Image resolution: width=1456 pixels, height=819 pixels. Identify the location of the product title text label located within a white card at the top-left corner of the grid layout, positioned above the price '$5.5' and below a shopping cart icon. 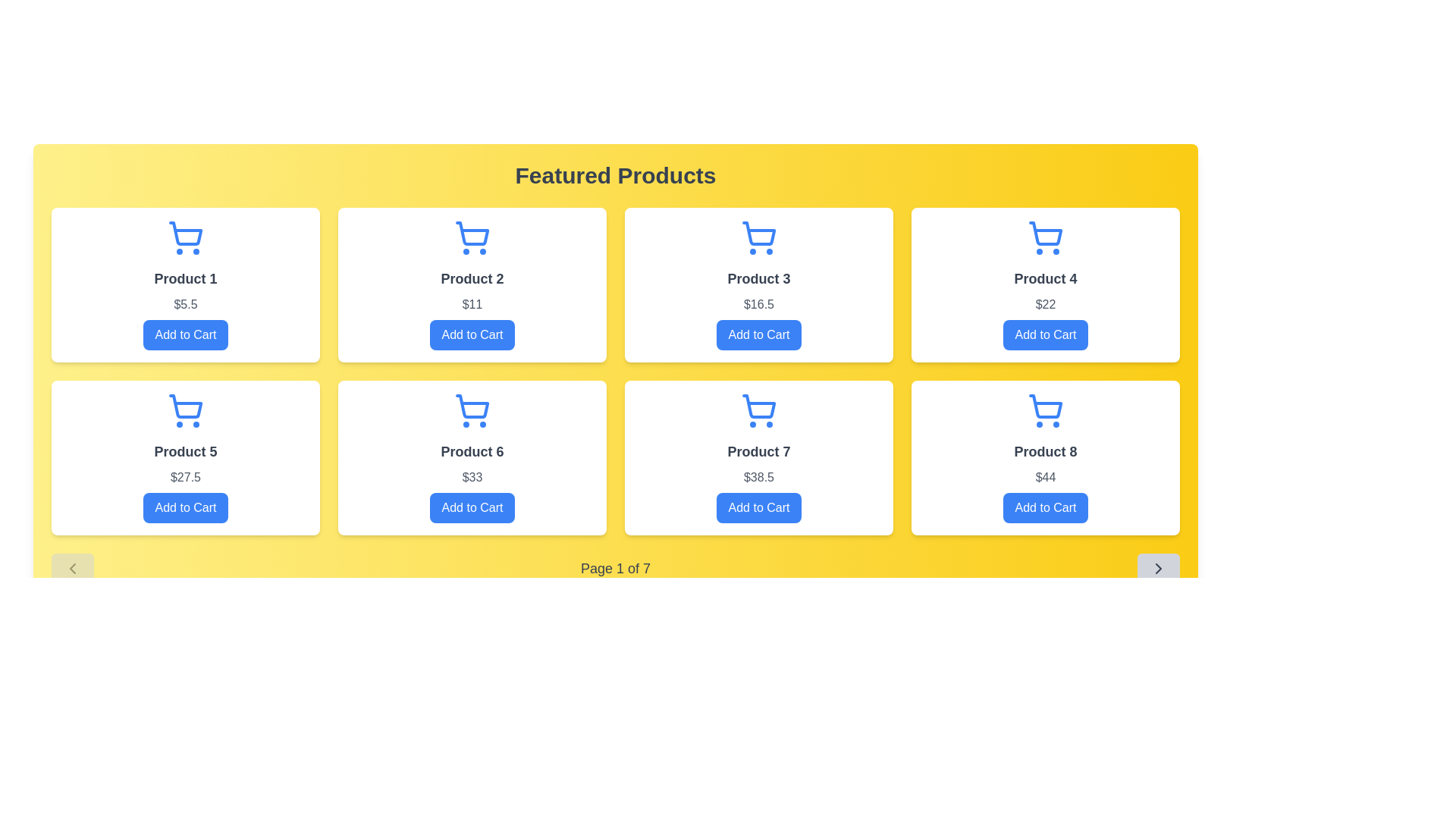
(184, 278).